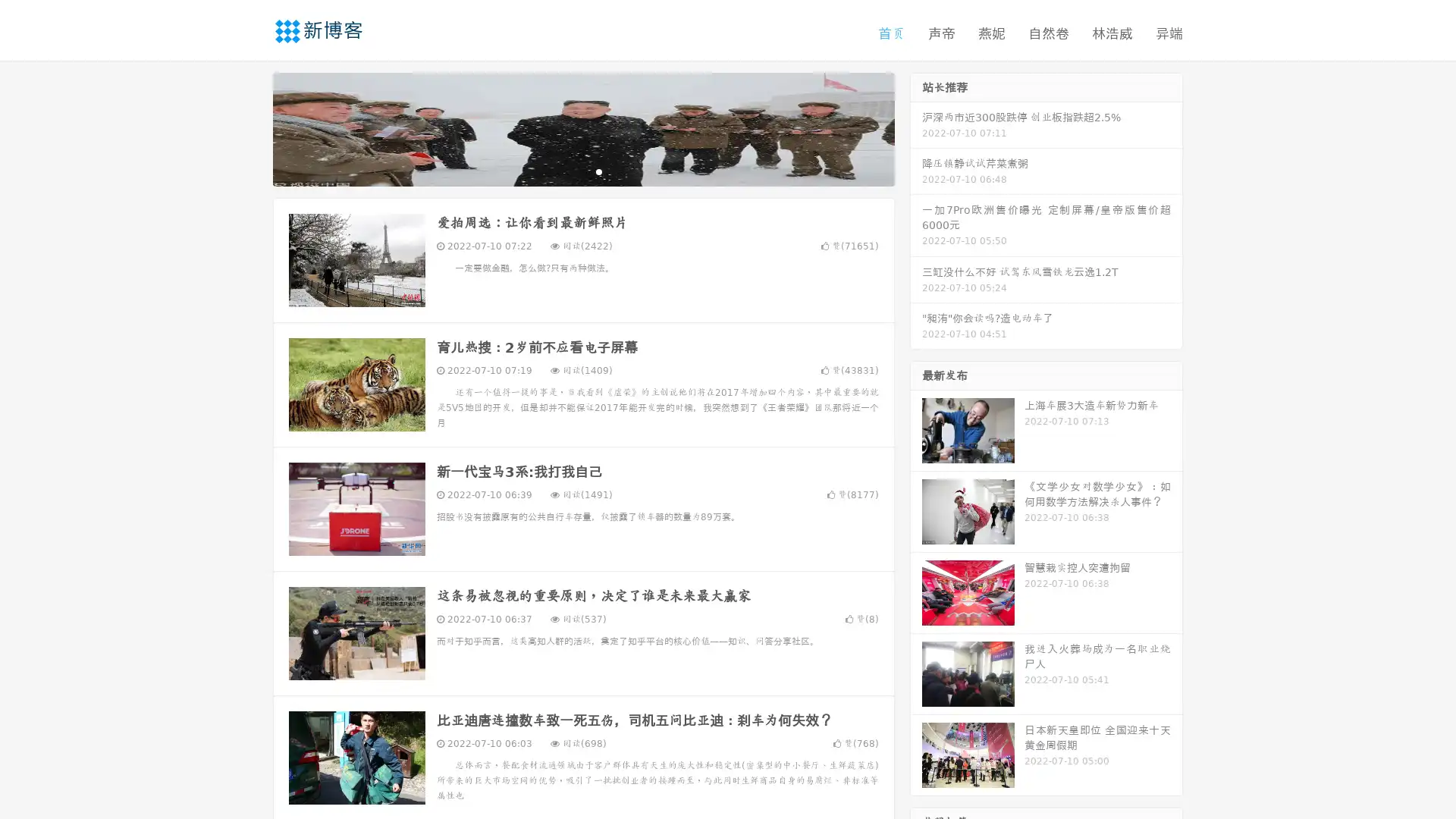 Image resolution: width=1456 pixels, height=819 pixels. What do you see at coordinates (582, 171) in the screenshot?
I see `Go to slide 2` at bounding box center [582, 171].